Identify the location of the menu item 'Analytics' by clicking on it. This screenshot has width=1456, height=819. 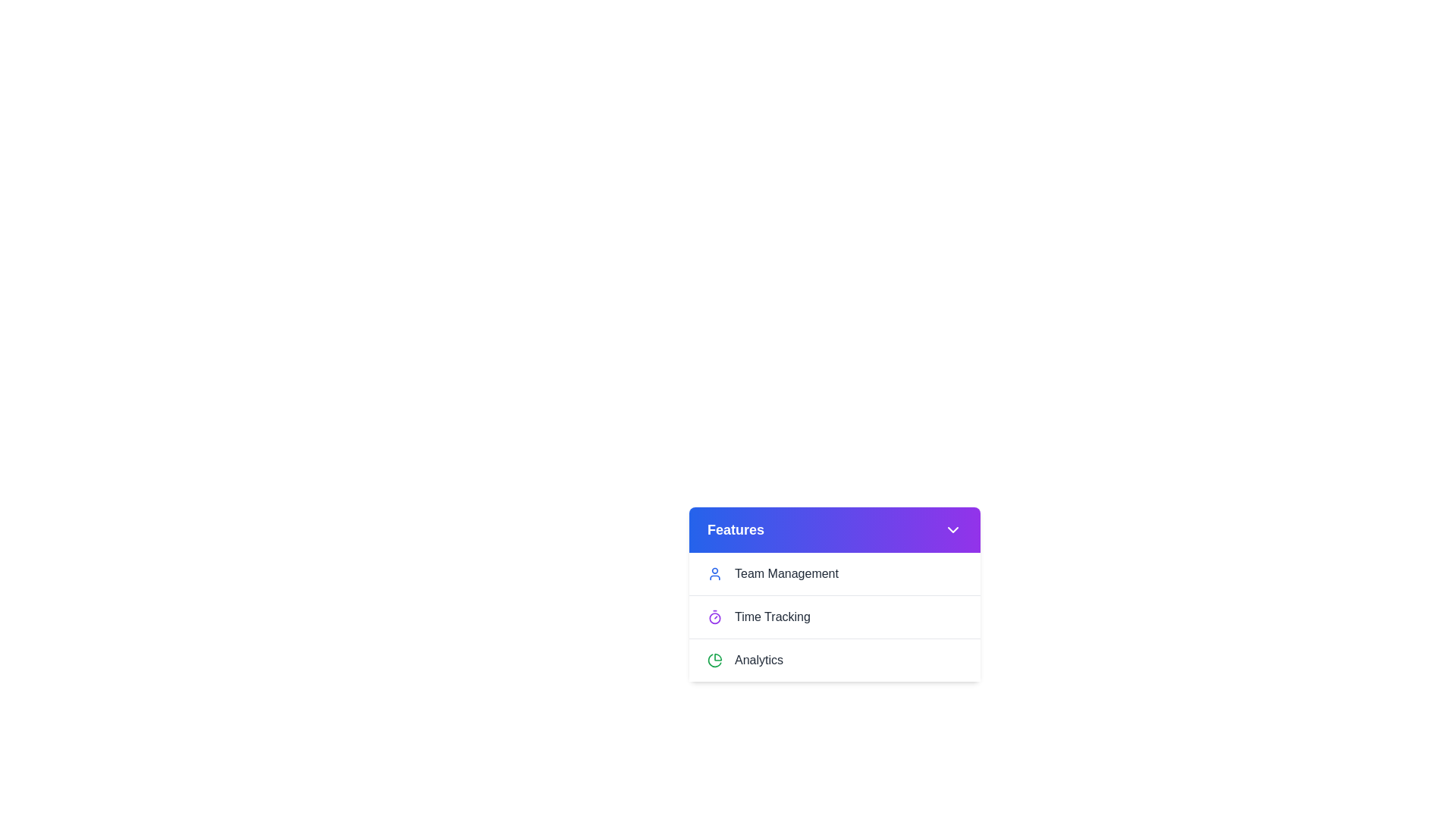
(833, 659).